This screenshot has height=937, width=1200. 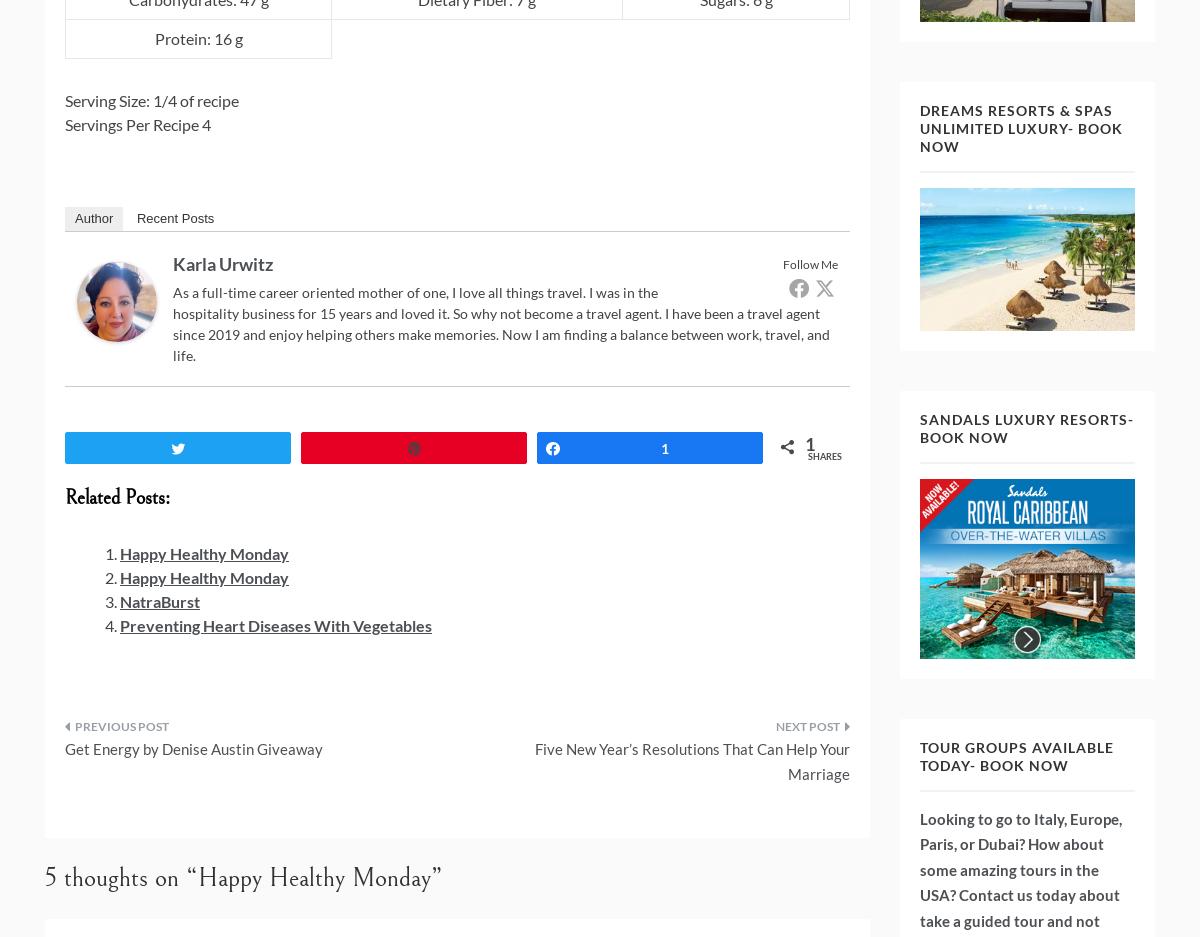 What do you see at coordinates (172, 321) in the screenshot?
I see `'As a full-time career oriented mother of one, I love all things travel. I was in the hospitality business for 15 years and loved it. So why not become a travel agent. I have been a travel agent since 2019 and enjoy helping others make memories. Now I am finding a balance between work, travel, and life.'` at bounding box center [172, 321].